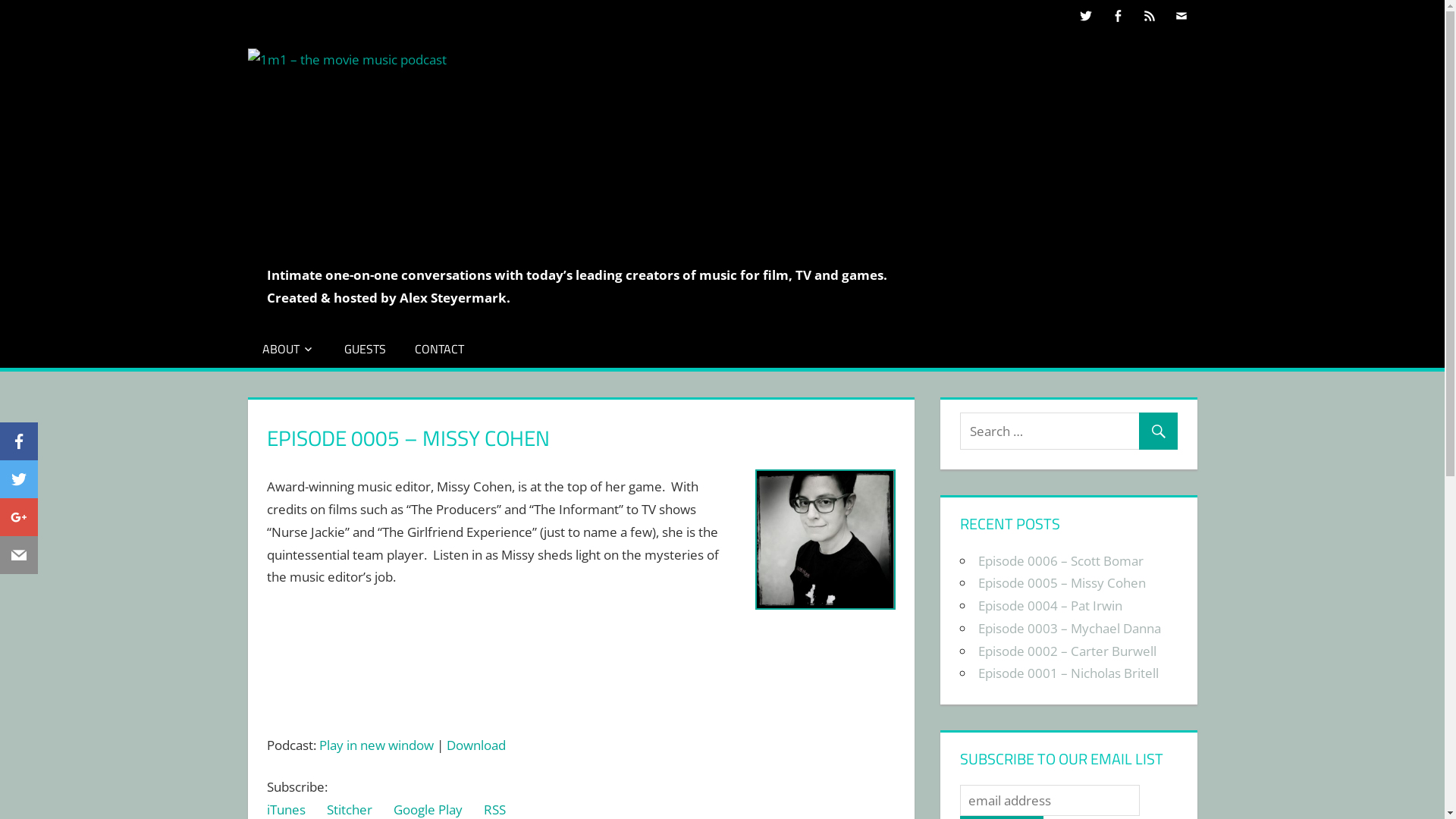 This screenshot has width=1456, height=819. I want to click on 'Play in new window', so click(376, 744).